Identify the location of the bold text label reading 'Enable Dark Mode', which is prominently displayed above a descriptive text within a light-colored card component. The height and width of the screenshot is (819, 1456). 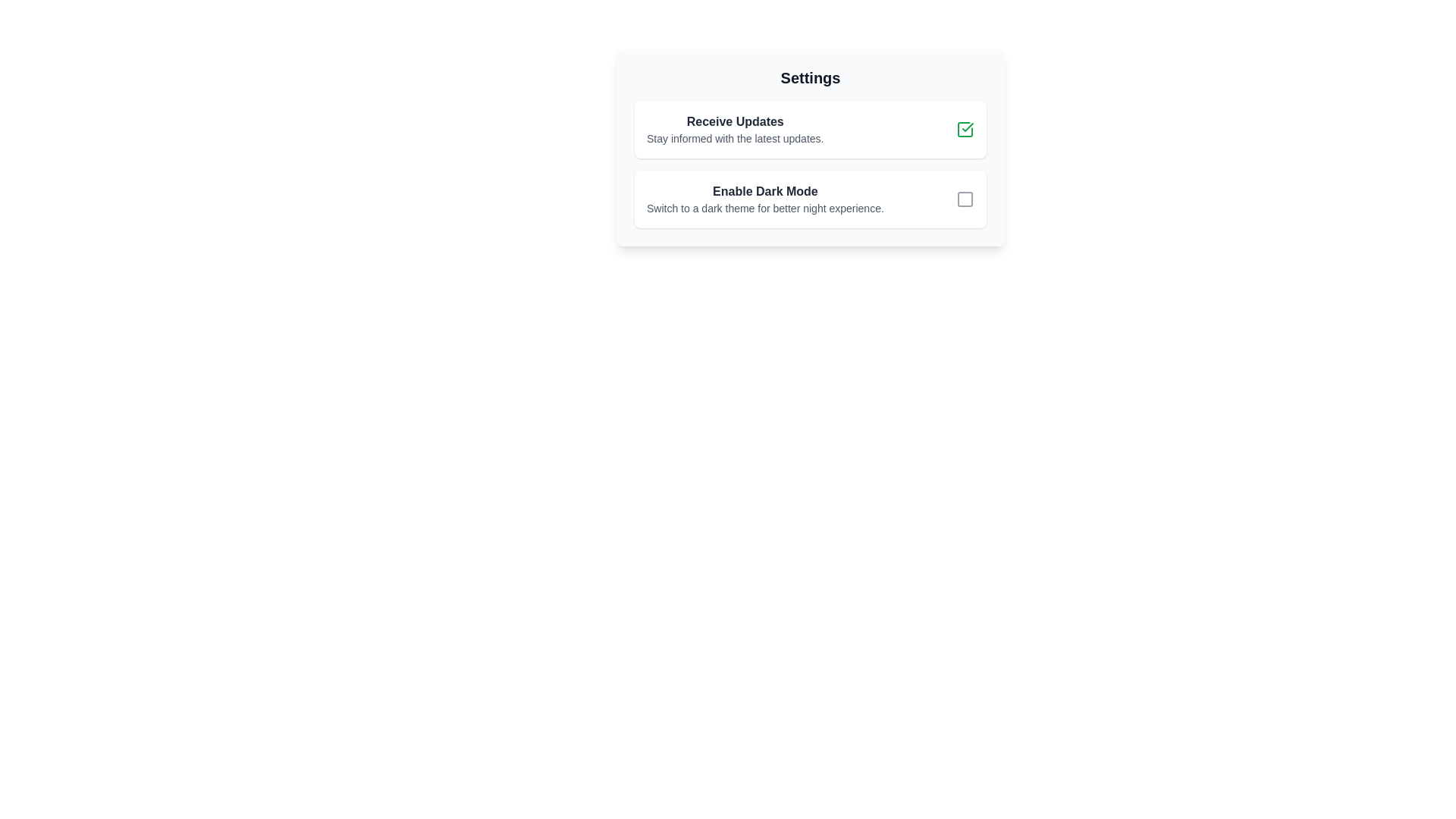
(765, 191).